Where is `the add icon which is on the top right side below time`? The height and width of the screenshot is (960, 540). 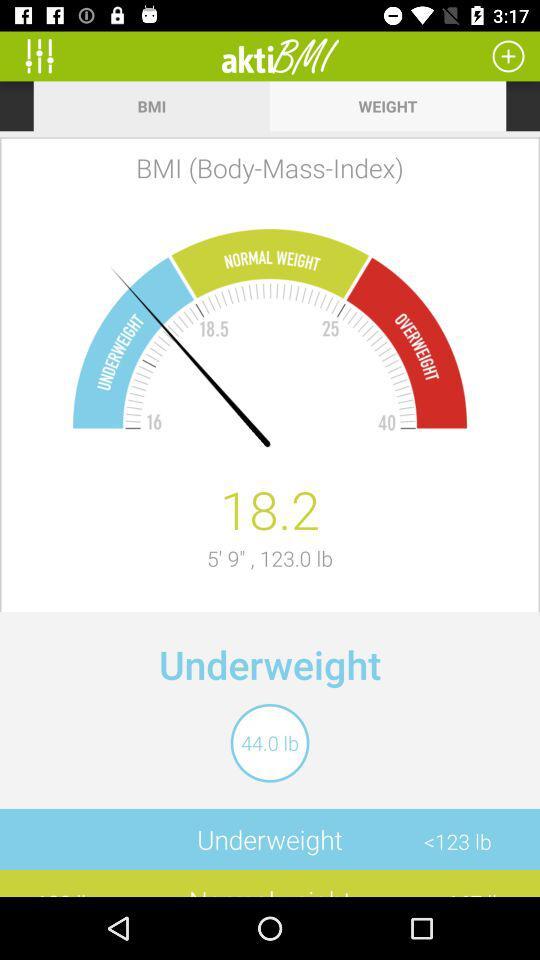
the add icon which is on the top right side below time is located at coordinates (508, 55).